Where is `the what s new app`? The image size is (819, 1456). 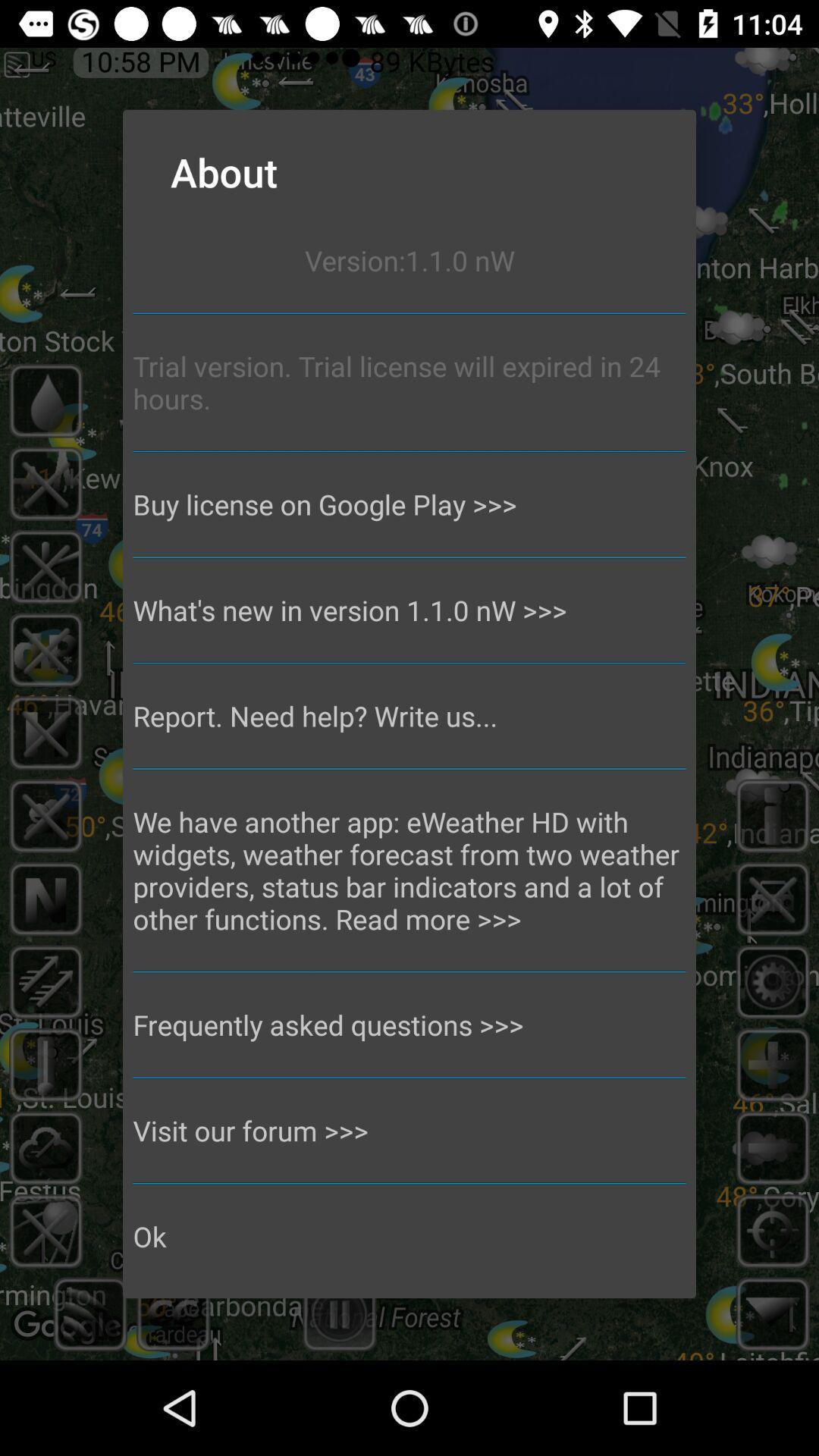
the what s new app is located at coordinates (409, 610).